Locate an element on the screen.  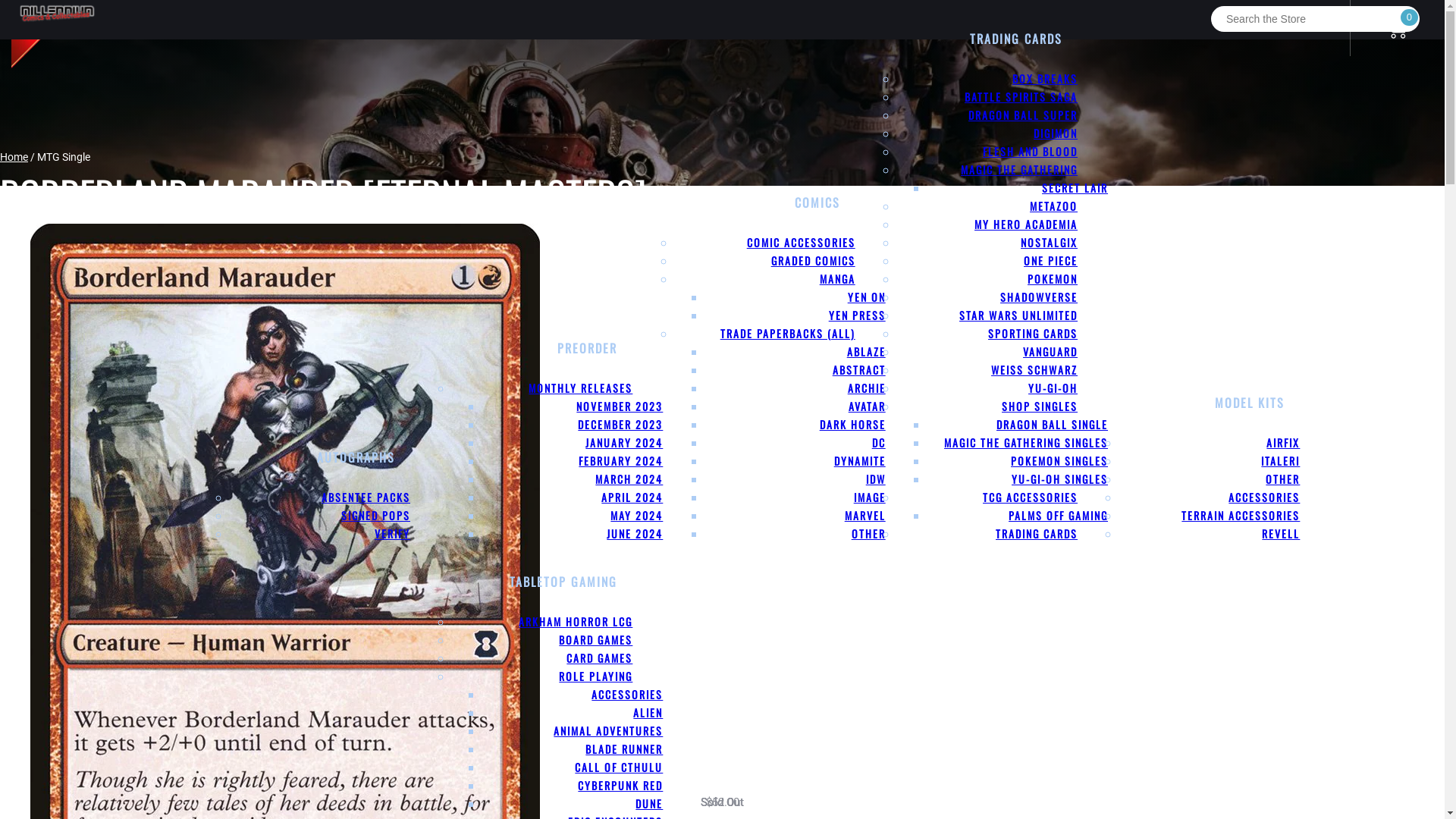
'ARKHAM HORROR LCG' is located at coordinates (519, 621).